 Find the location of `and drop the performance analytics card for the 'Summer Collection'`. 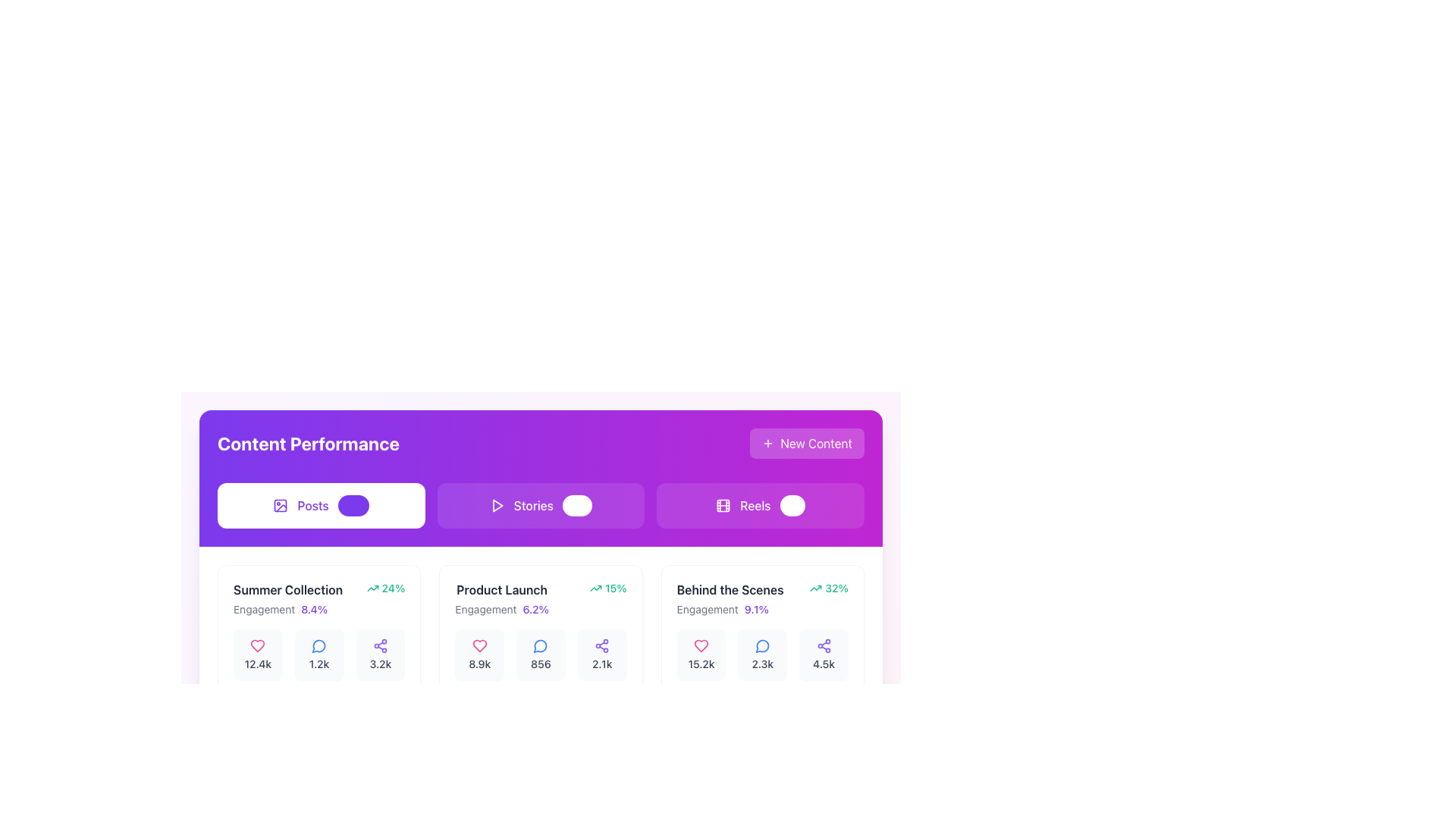

and drop the performance analytics card for the 'Summer Collection' is located at coordinates (318, 637).